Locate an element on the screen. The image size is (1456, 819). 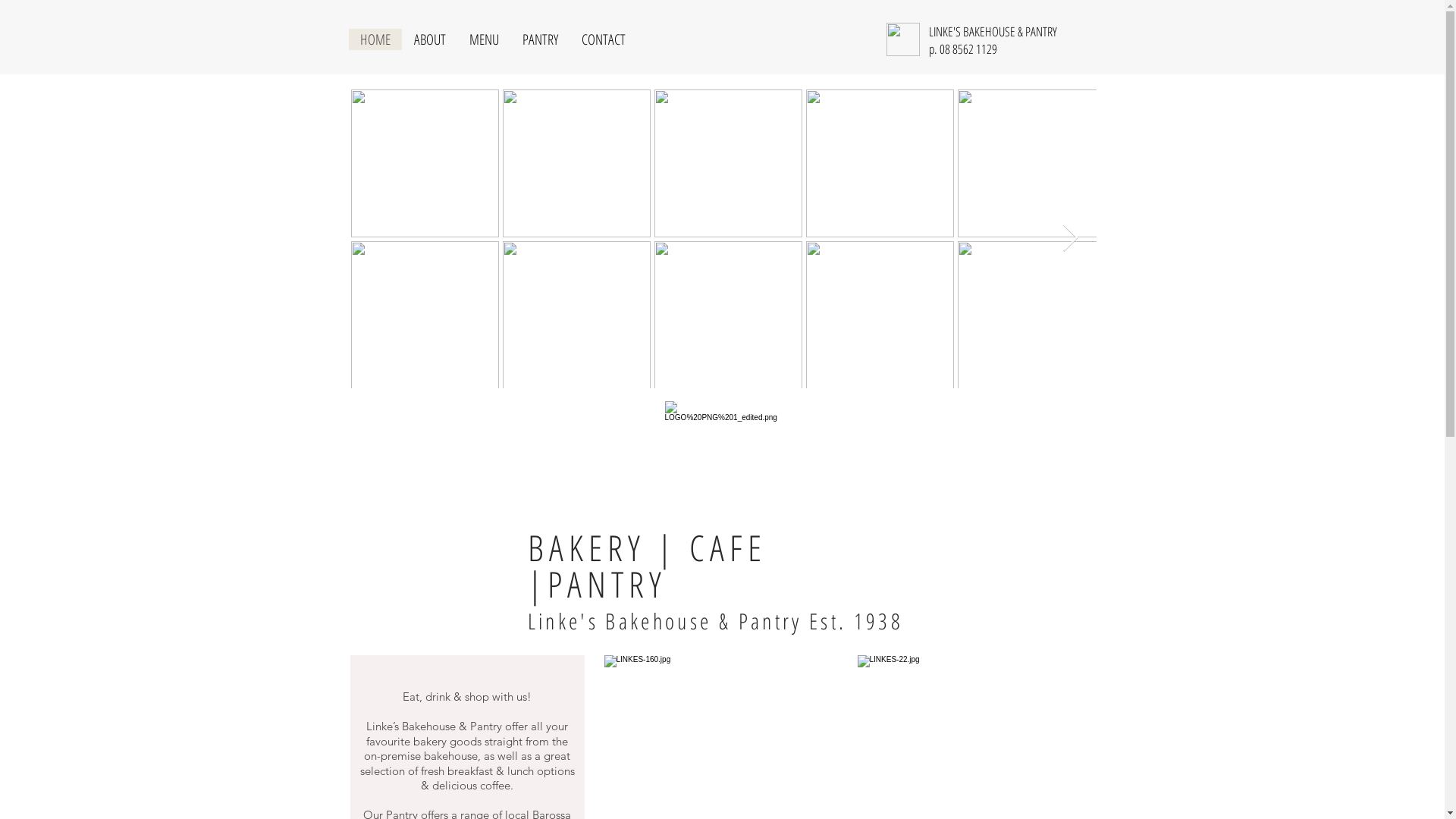
'PANTRY' is located at coordinates (510, 38).